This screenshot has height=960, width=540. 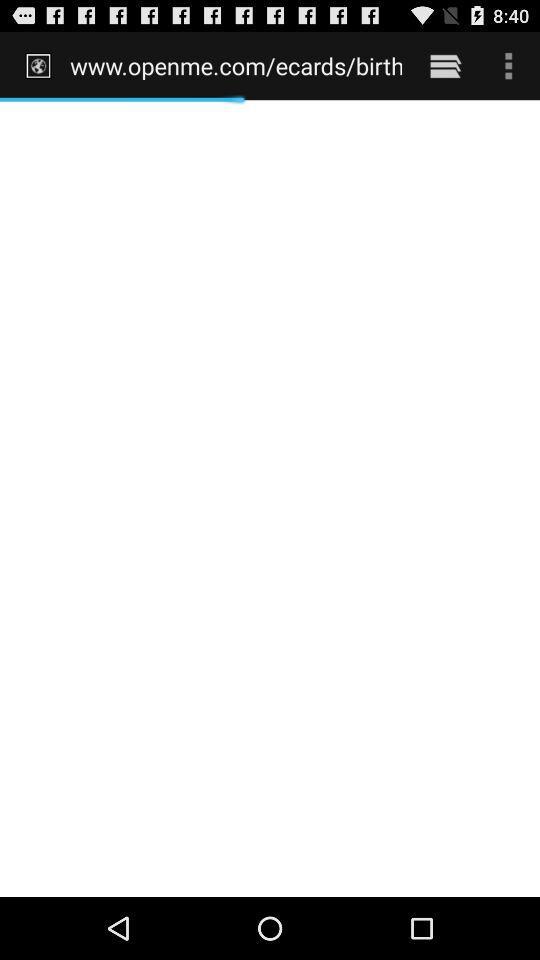 What do you see at coordinates (445, 65) in the screenshot?
I see `the item to the right of the www openme com item` at bounding box center [445, 65].